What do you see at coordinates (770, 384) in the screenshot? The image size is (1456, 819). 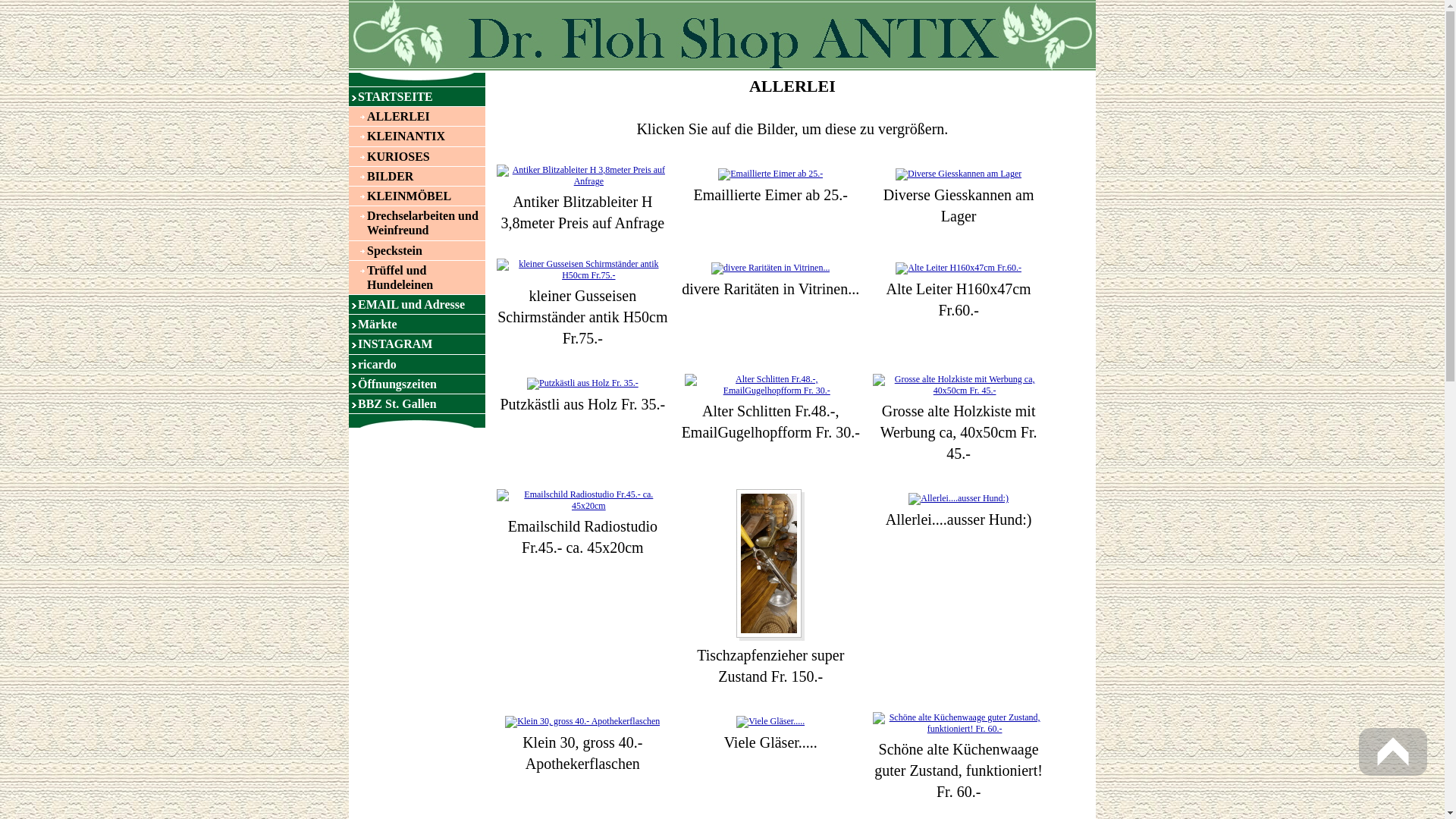 I see `'Alter Schlitten Fr.48.-, EmailGugelhopfform Fr. 30.-'` at bounding box center [770, 384].